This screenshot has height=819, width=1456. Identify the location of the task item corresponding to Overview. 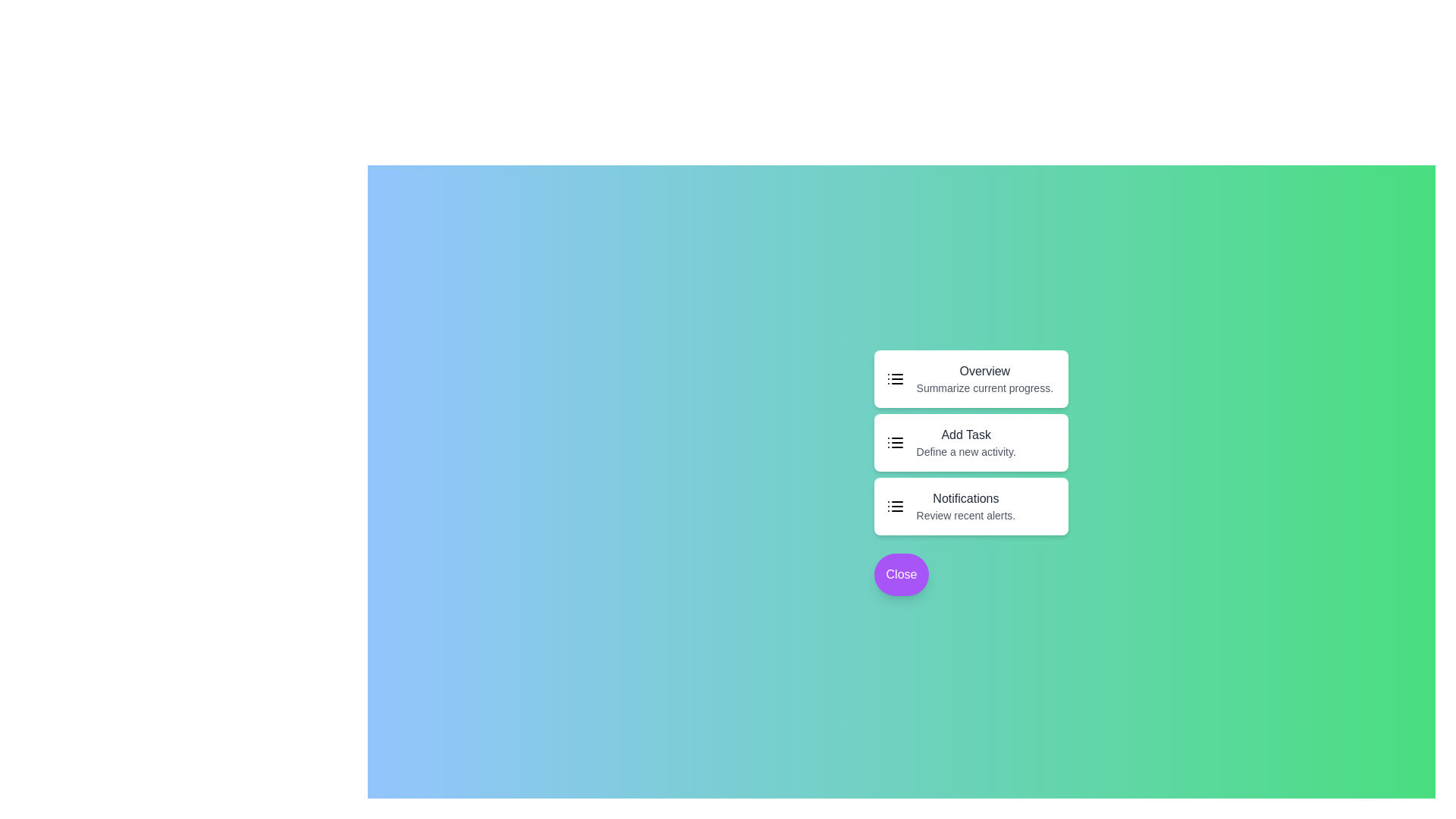
(971, 378).